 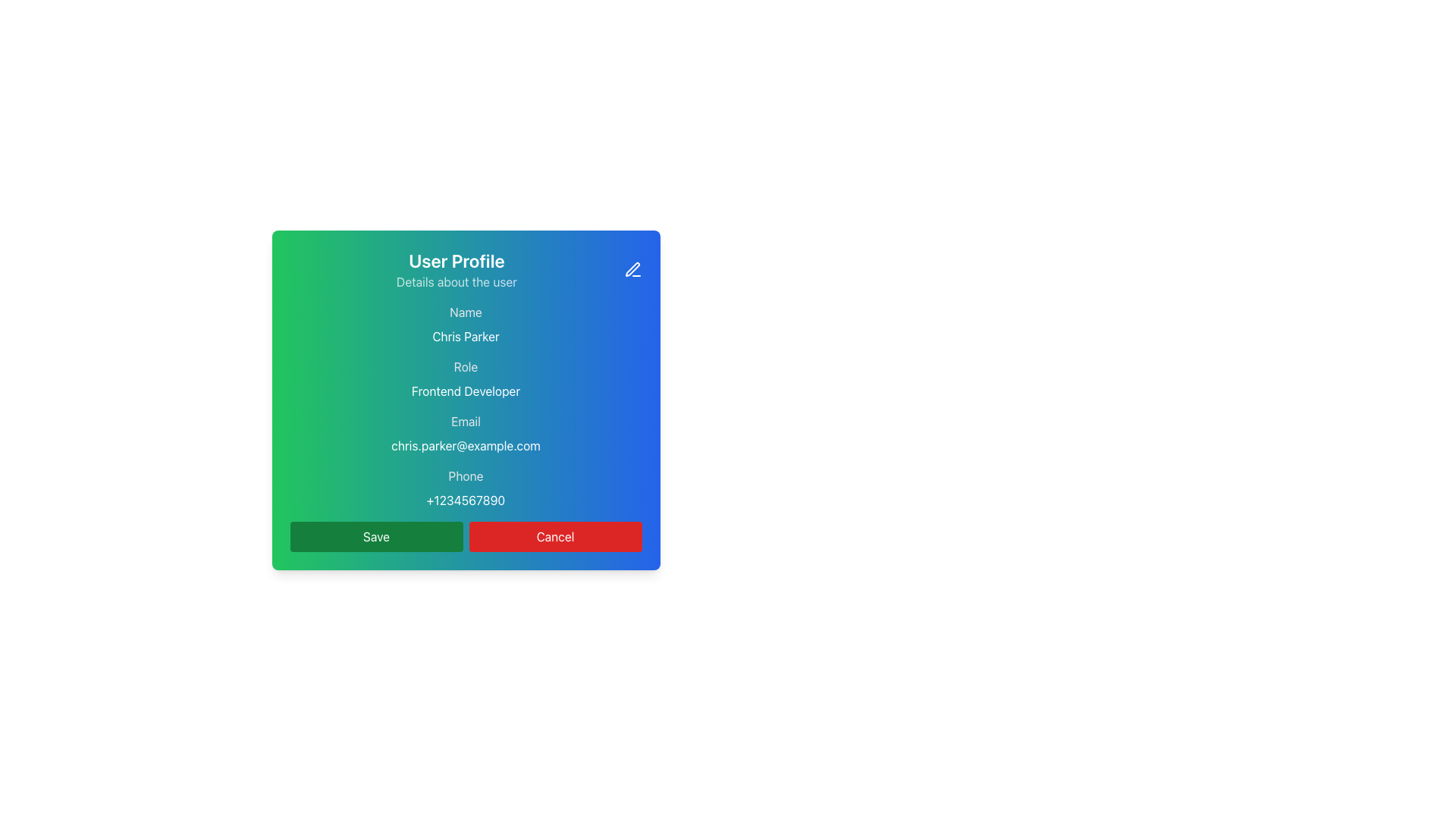 What do you see at coordinates (465, 268) in the screenshot?
I see `the Header Section titled 'User Profile', which includes a bold title and a gradient background transitioning from green to blue, located at the top of a rounded rectangular card layout` at bounding box center [465, 268].